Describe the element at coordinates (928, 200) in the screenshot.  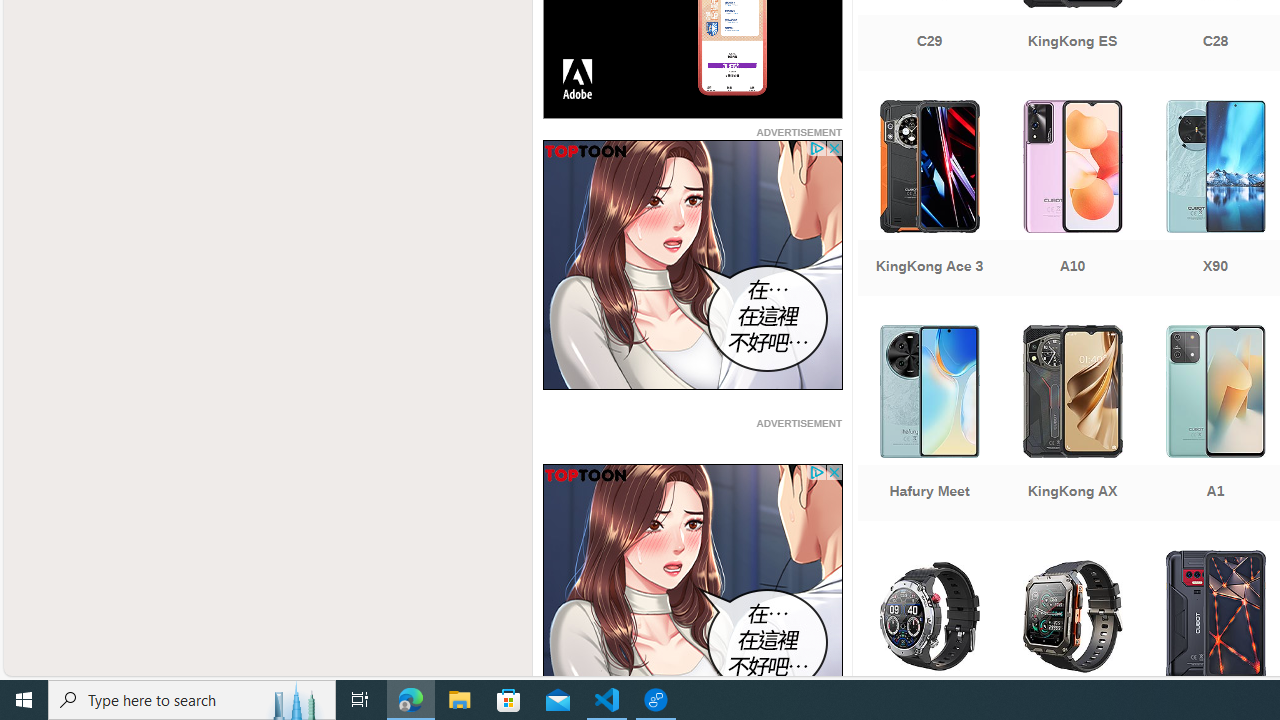
I see `'KingKong Ace 3'` at that location.